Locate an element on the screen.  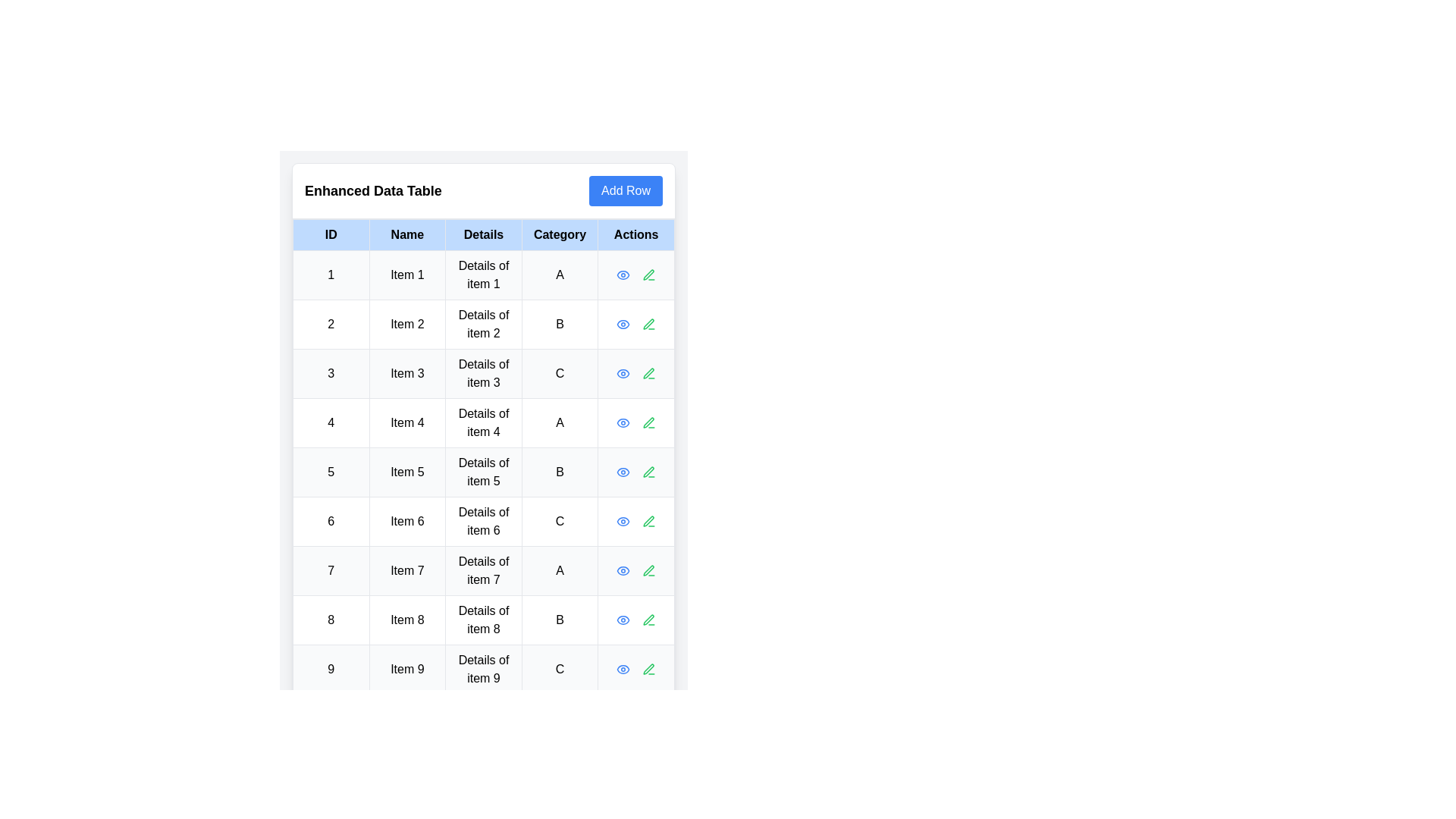
the text display field located in the third row under the 'Details' column of a table, positioned between the cells containing 'Item 3' and 'C' is located at coordinates (483, 374).